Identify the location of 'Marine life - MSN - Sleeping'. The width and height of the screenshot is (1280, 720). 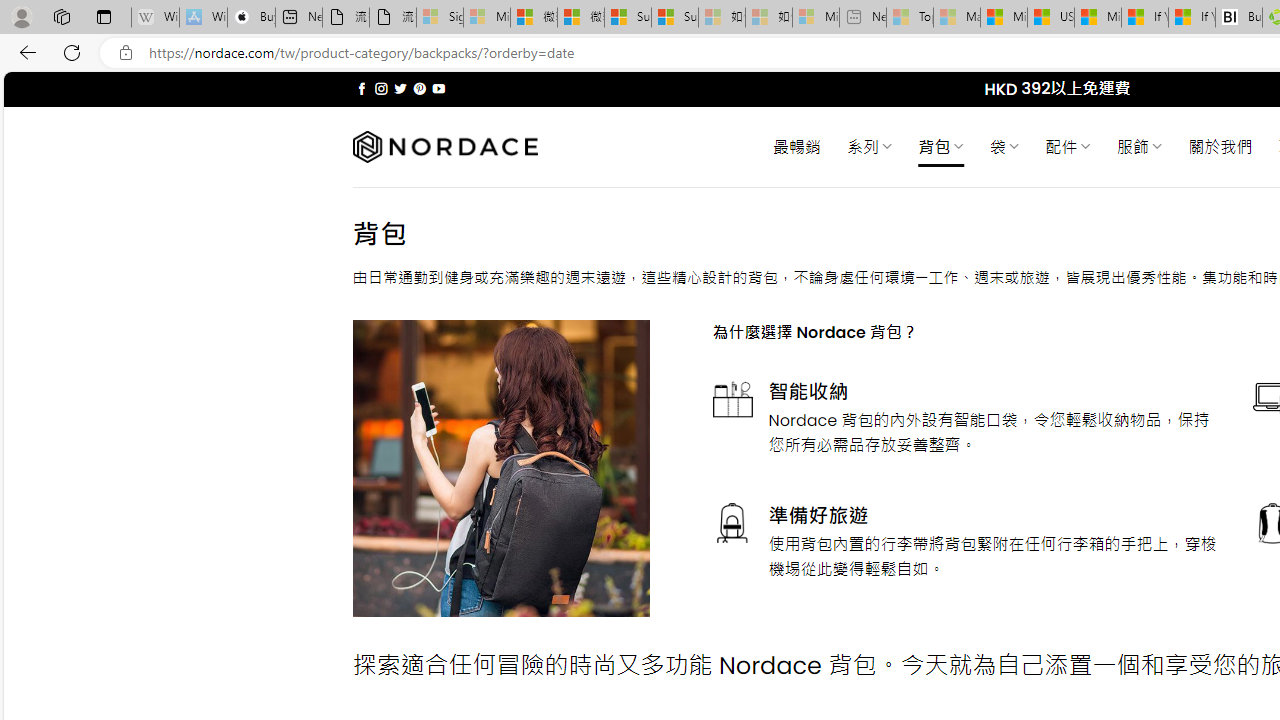
(956, 17).